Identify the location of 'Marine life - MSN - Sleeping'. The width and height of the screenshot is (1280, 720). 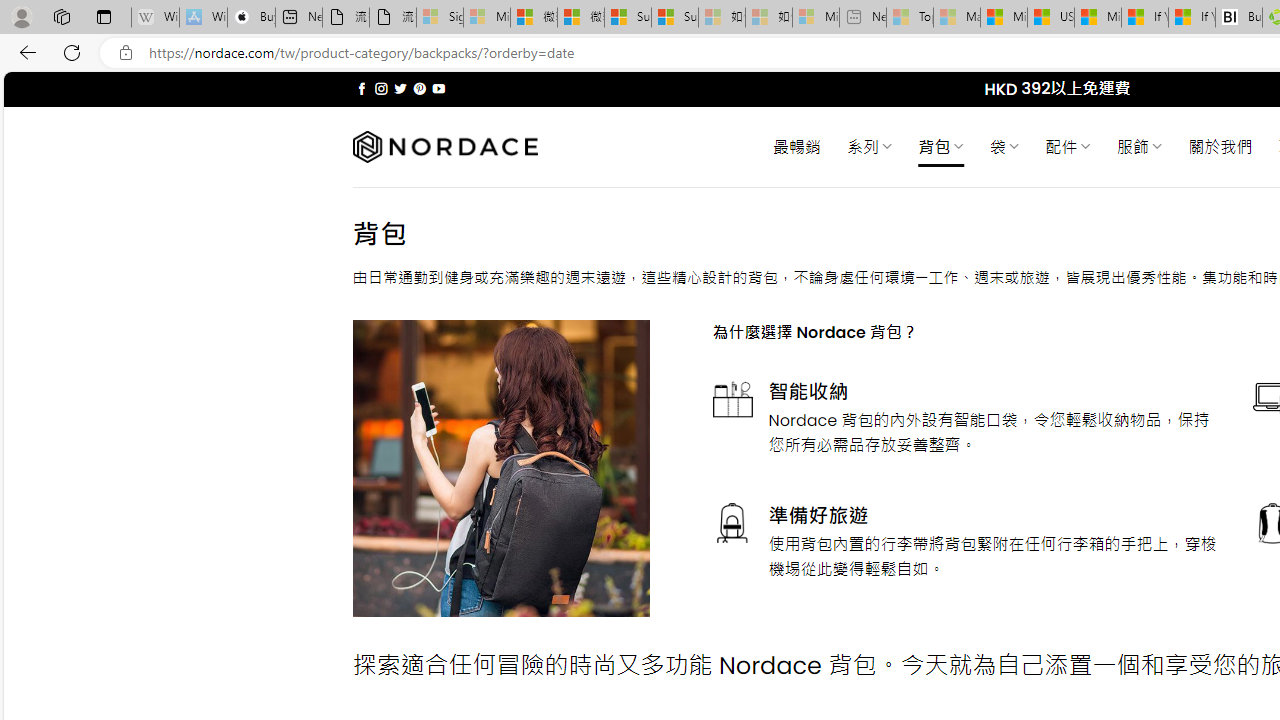
(956, 17).